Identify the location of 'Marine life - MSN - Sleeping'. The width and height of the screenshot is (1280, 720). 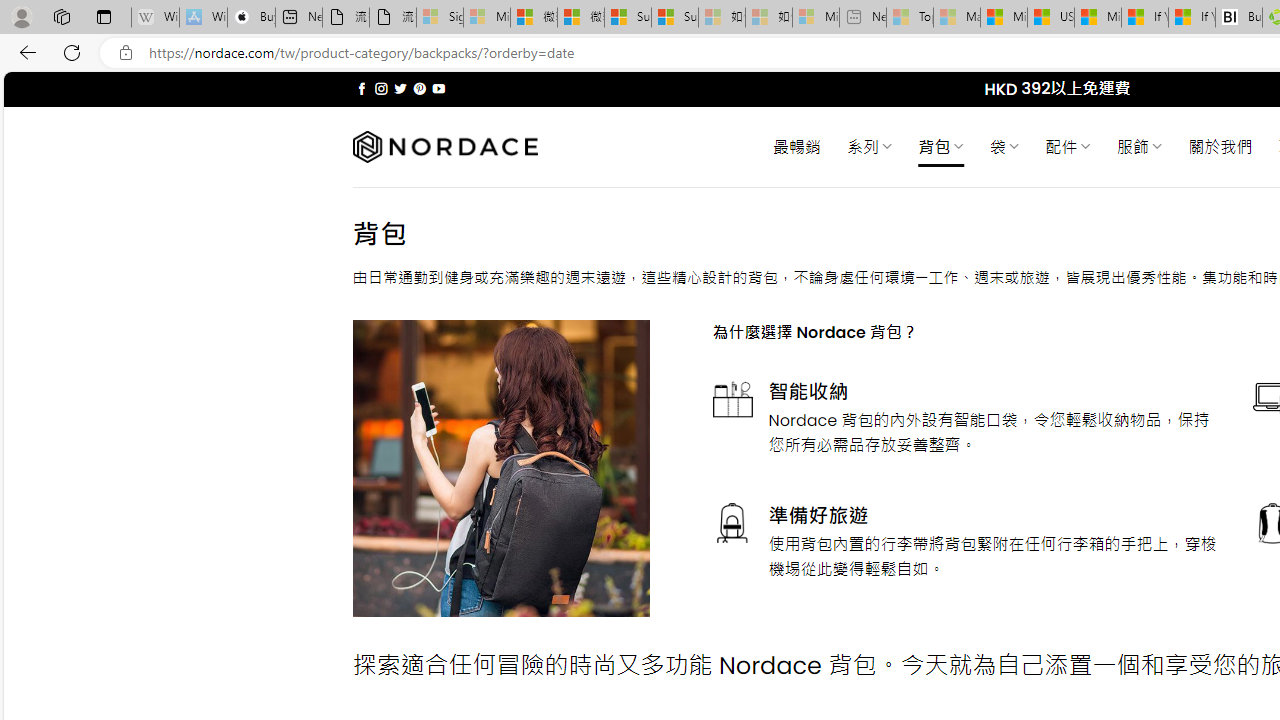
(956, 17).